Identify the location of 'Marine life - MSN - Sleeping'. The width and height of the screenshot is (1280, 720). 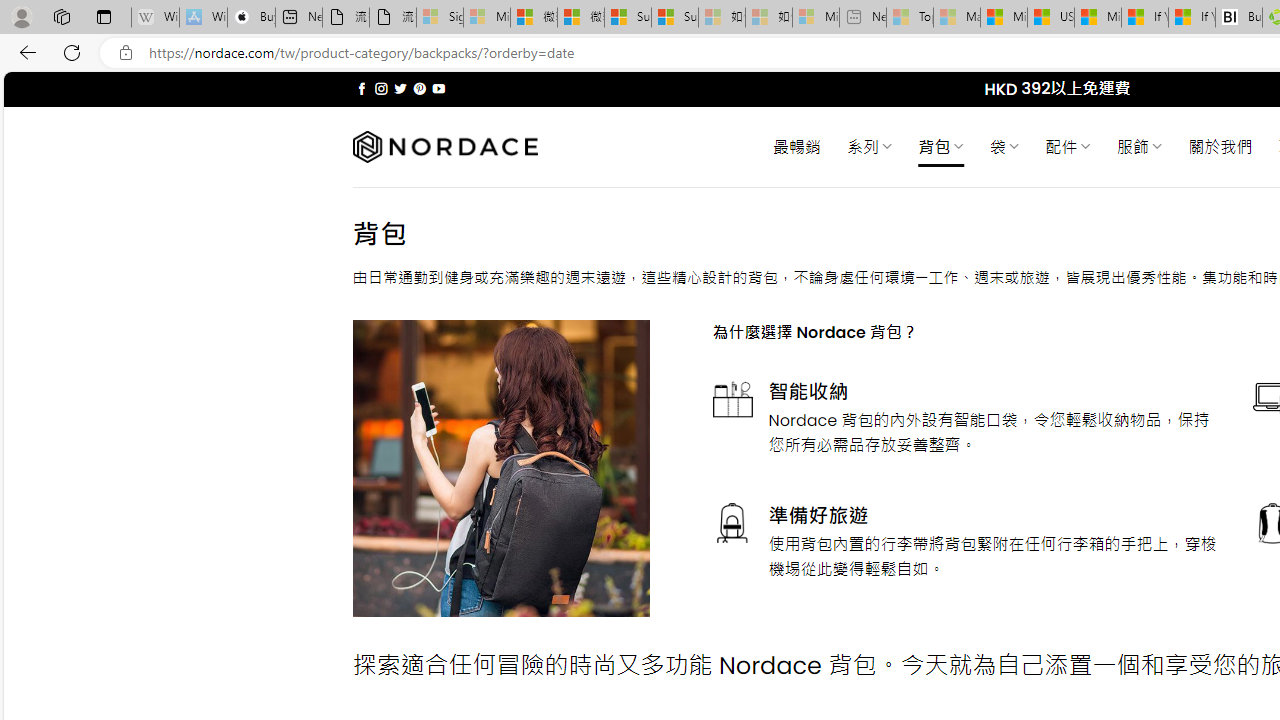
(956, 17).